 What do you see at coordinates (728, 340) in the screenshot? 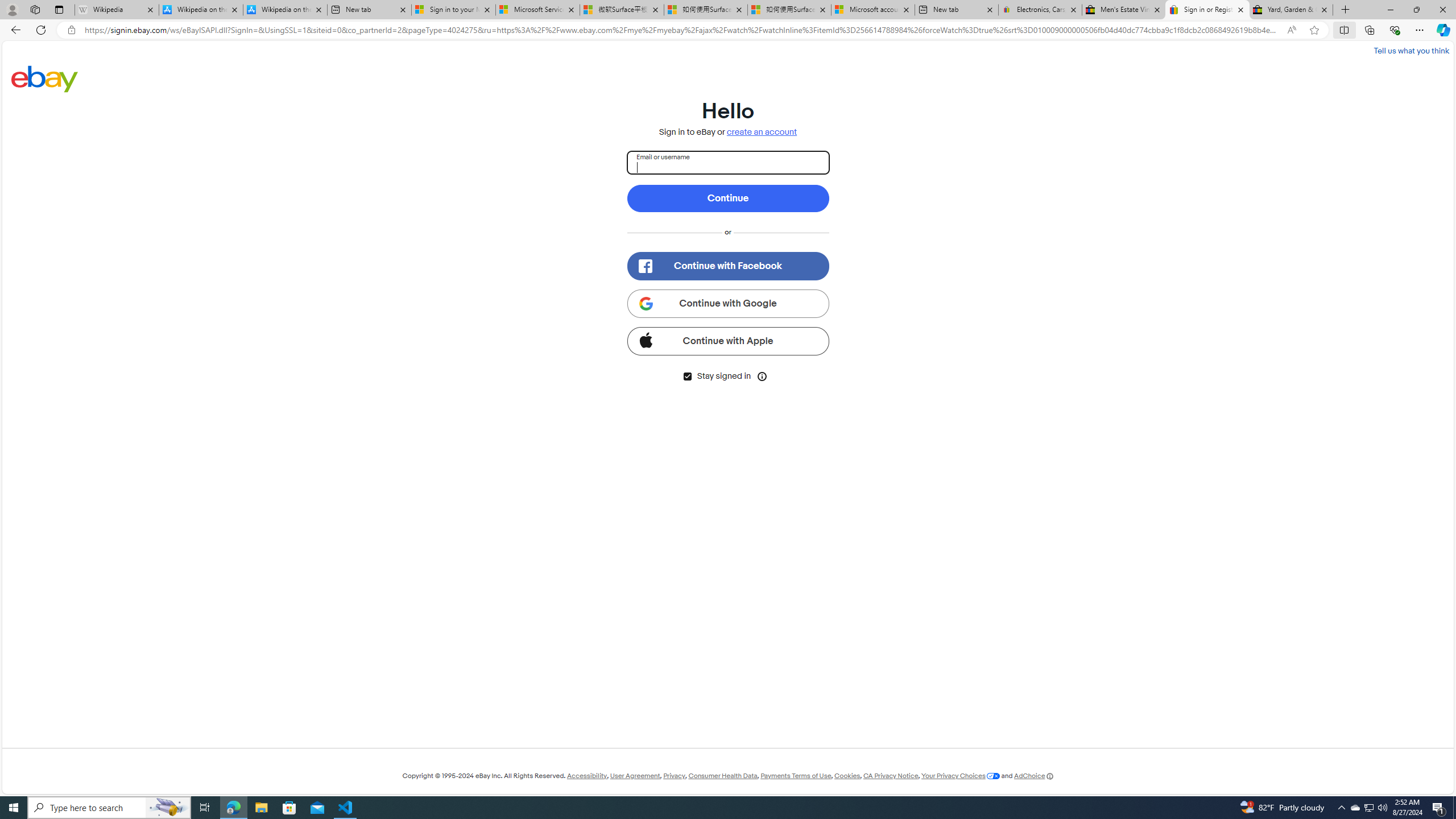
I see `'Continue with Apple'` at bounding box center [728, 340].